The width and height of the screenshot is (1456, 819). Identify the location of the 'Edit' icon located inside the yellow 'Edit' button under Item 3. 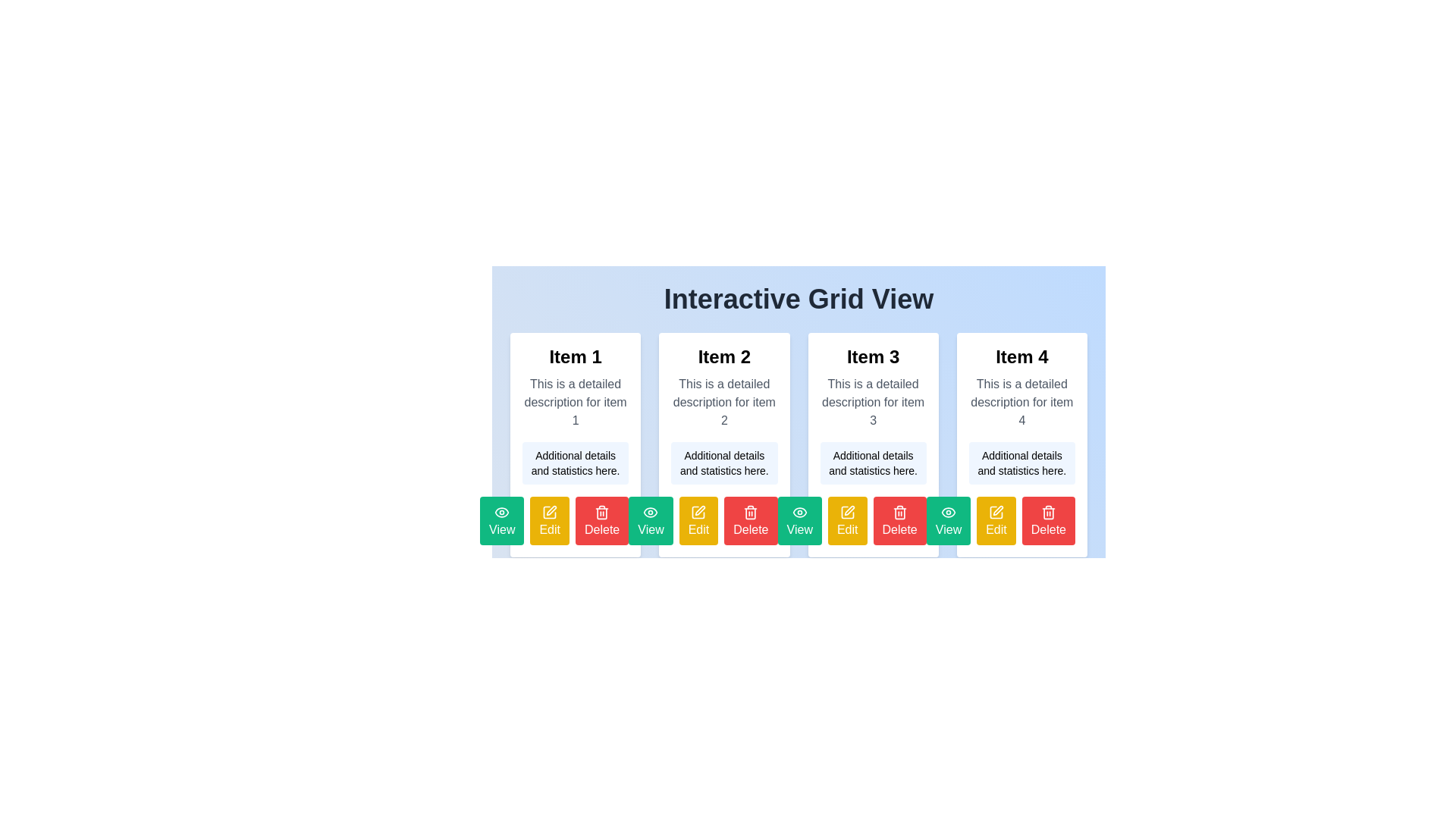
(846, 512).